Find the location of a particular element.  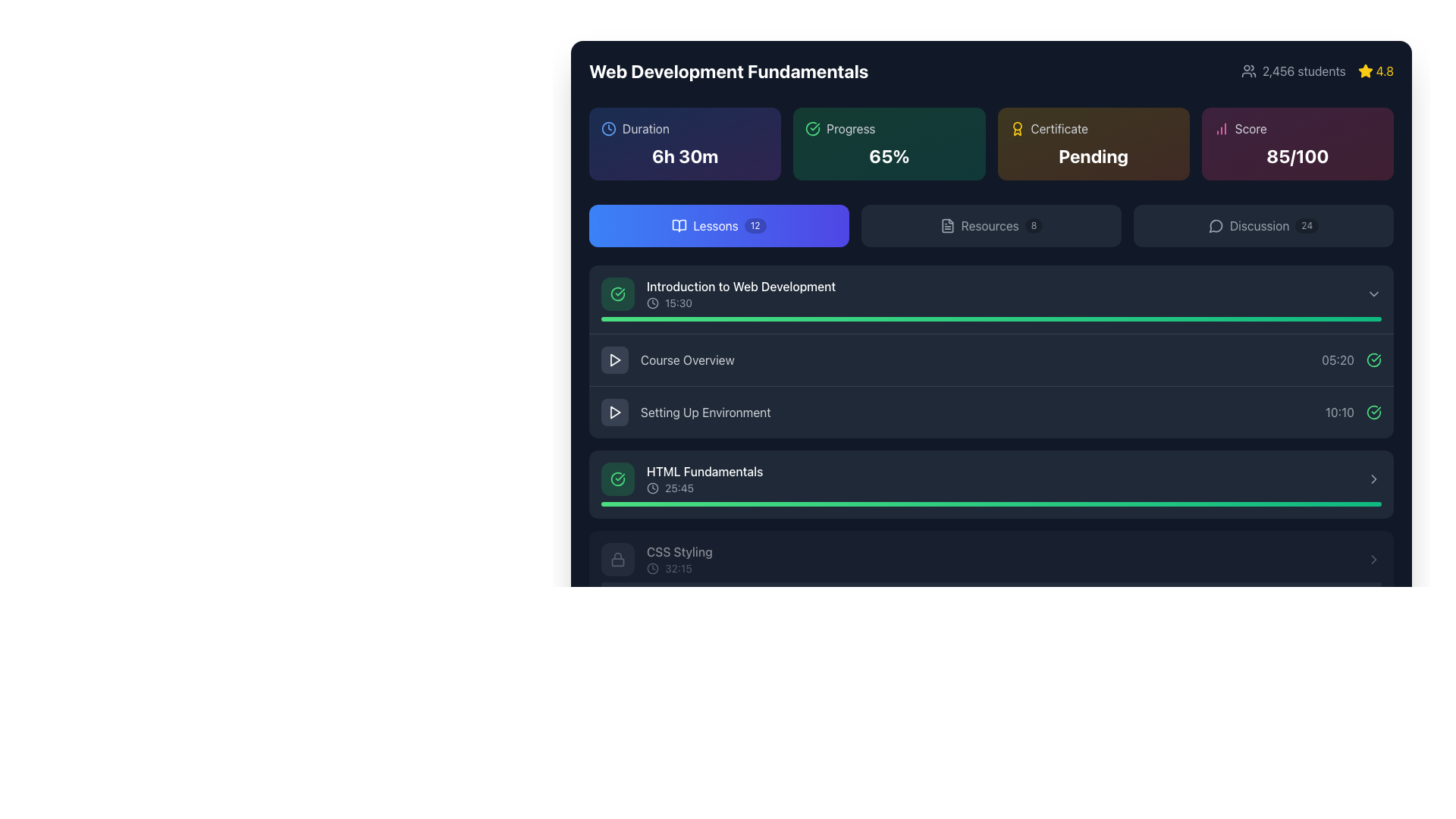

the text indicating the time duration related to 'HTML Fundamentals', which is the first element in the horizontal grouping to the right of that section is located at coordinates (1339, 412).